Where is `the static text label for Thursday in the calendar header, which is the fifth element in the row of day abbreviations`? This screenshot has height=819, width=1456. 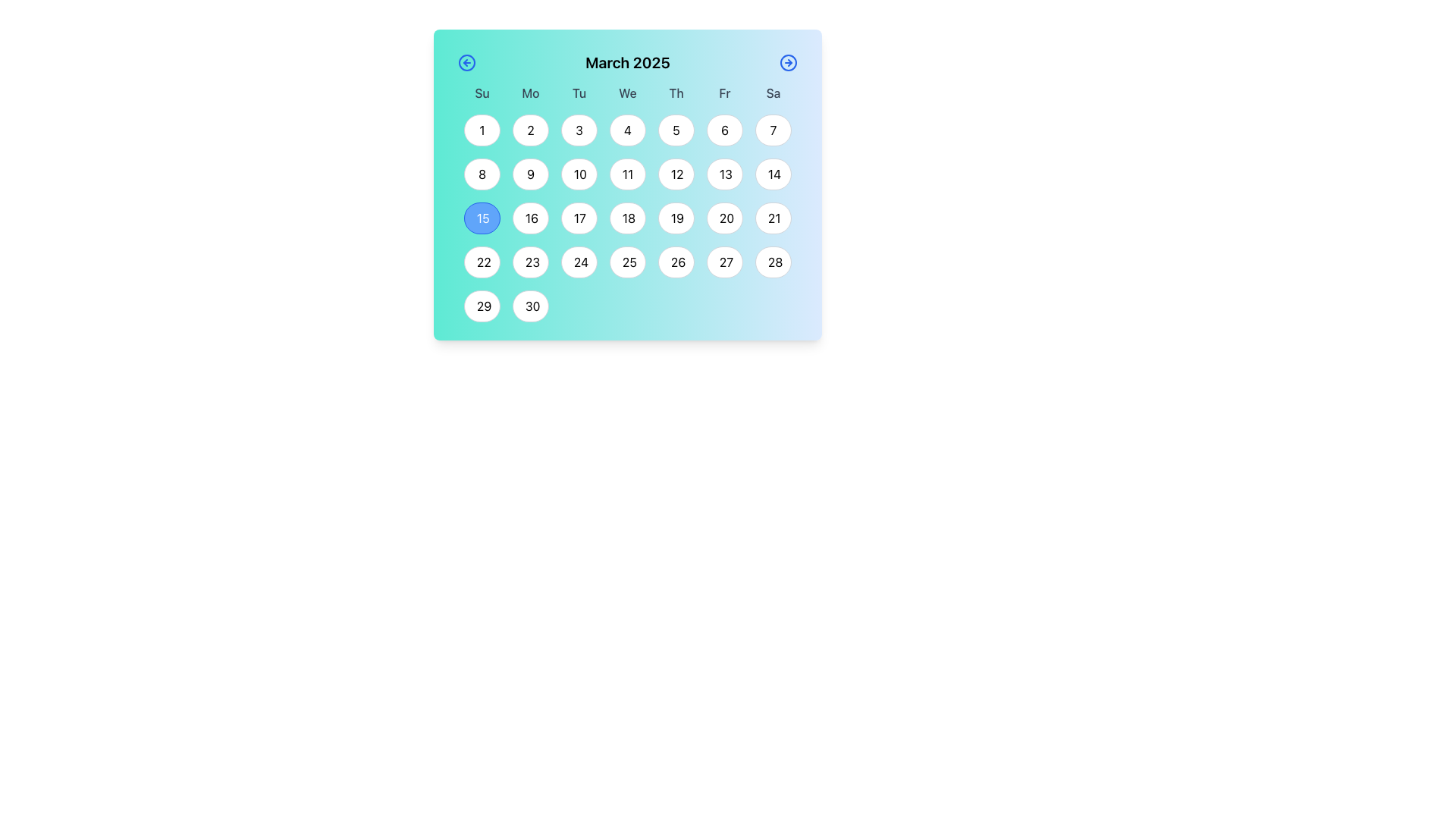 the static text label for Thursday in the calendar header, which is the fifth element in the row of day abbreviations is located at coordinates (676, 93).